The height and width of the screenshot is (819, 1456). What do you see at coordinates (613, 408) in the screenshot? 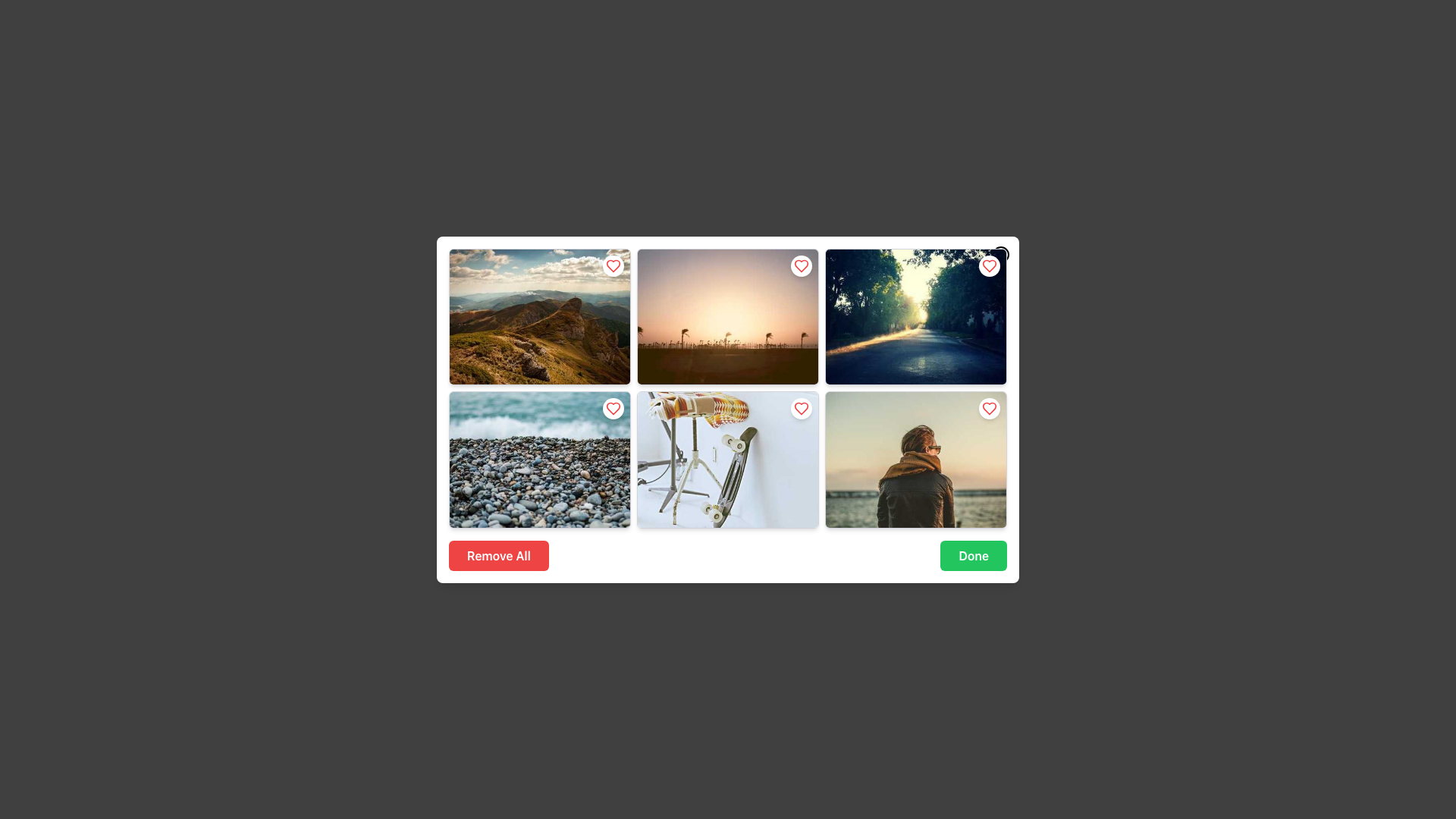
I see `the circular button with a white background and a red heart icon located in the top-right corner of the image tile at the bottom-left of the grid containing six images` at bounding box center [613, 408].